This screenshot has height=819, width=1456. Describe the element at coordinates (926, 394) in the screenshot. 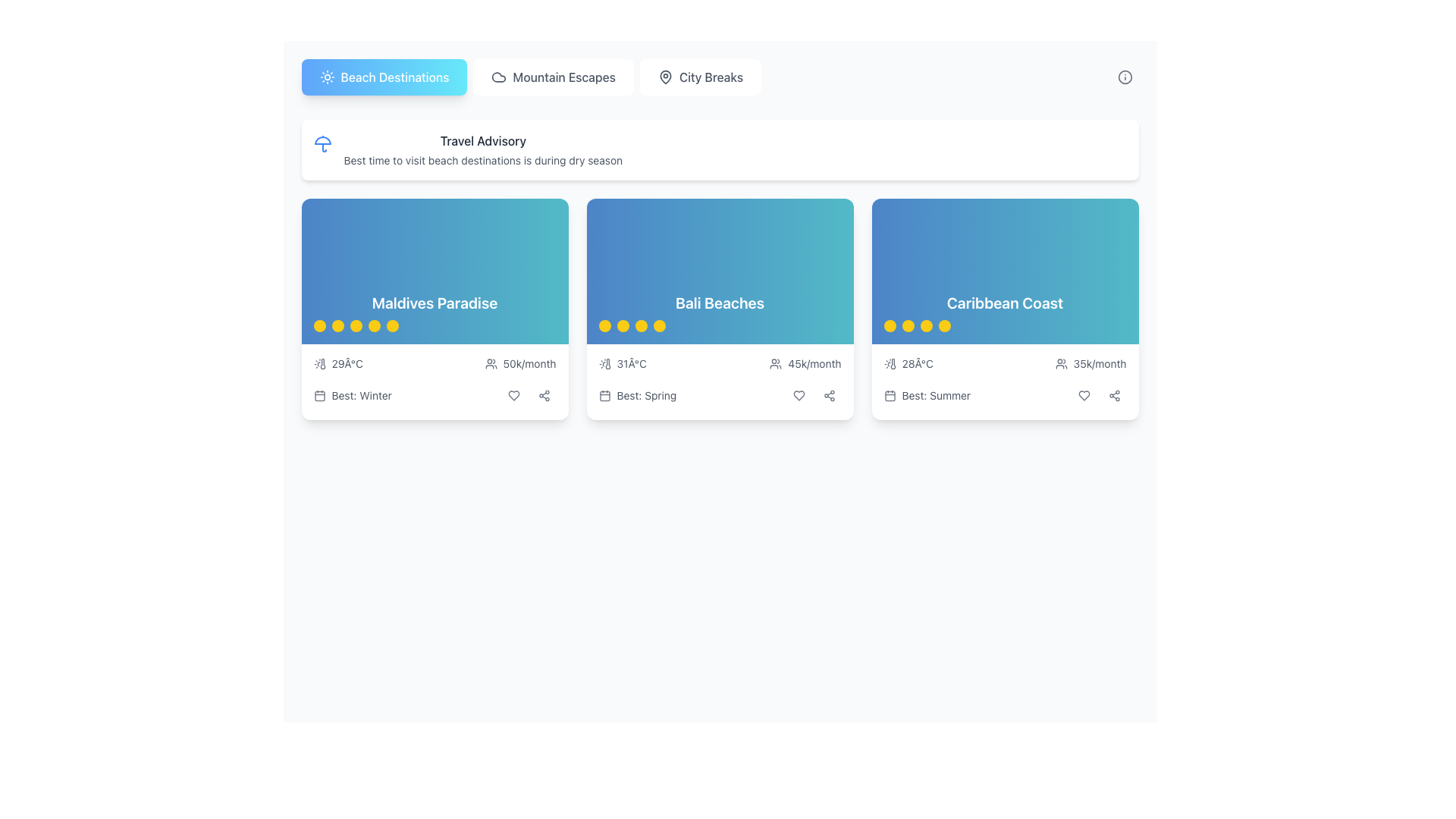

I see `the text element labeled 'Best: Summer' with a calendar icon, located in the lower-right corner of the 'Caribbean Coast' card` at that location.